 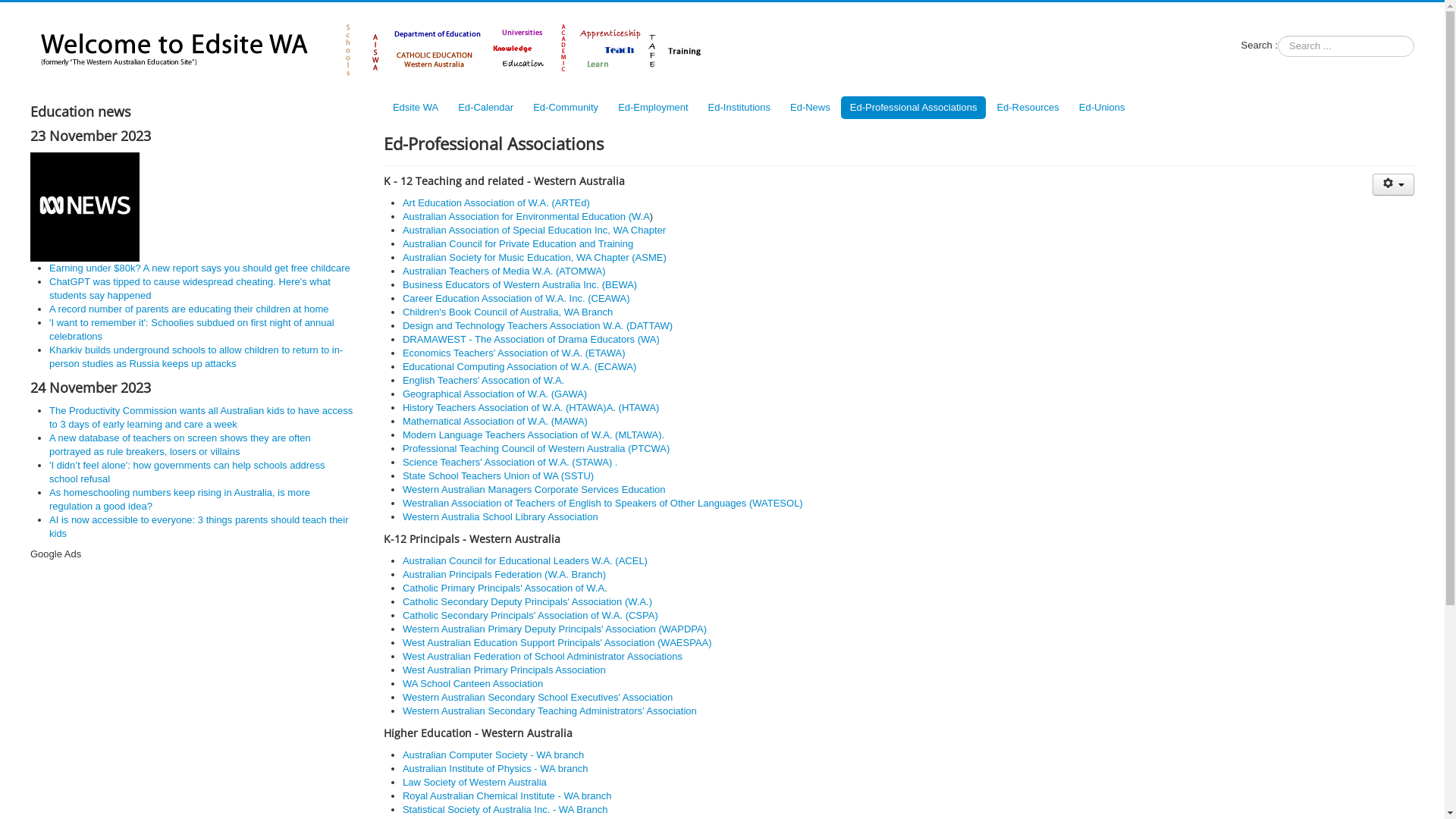 I want to click on 'Catholic Primary Principals' Assocation of W.A', so click(x=503, y=587).